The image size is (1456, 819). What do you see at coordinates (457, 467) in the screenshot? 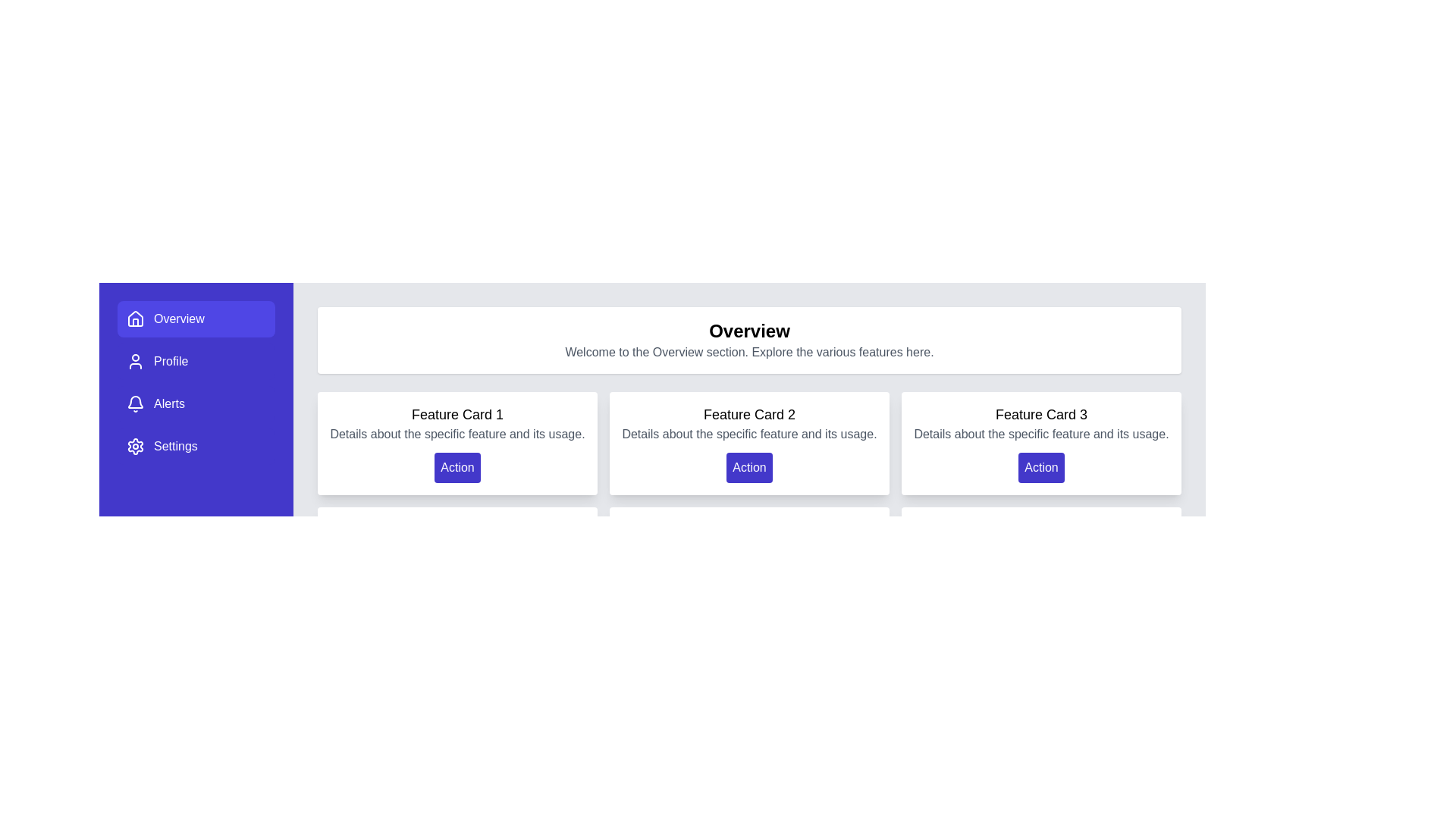
I see `the button located in the lower part of 'Feature Card 1'` at bounding box center [457, 467].